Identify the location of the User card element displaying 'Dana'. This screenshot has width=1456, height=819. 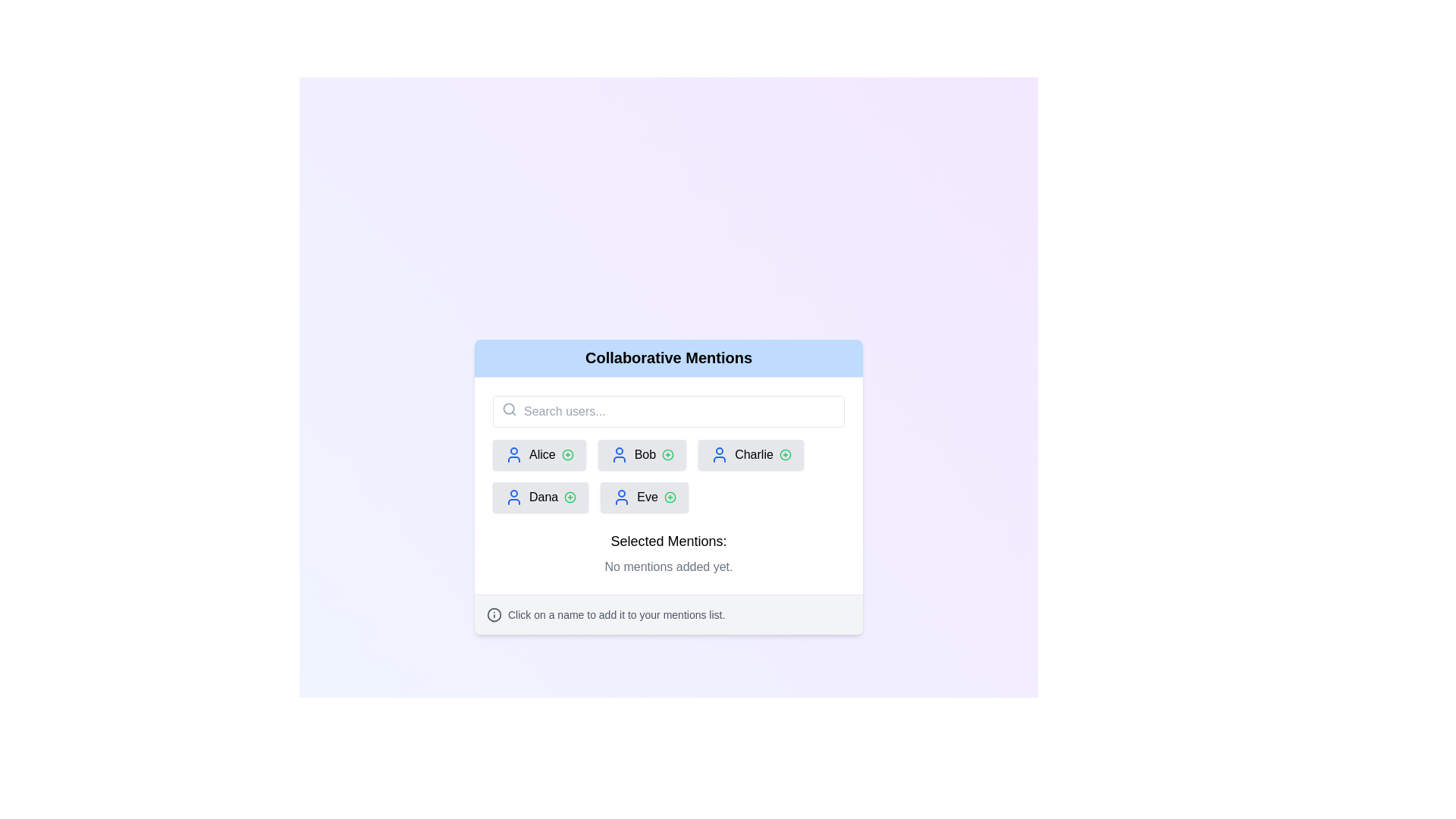
(541, 497).